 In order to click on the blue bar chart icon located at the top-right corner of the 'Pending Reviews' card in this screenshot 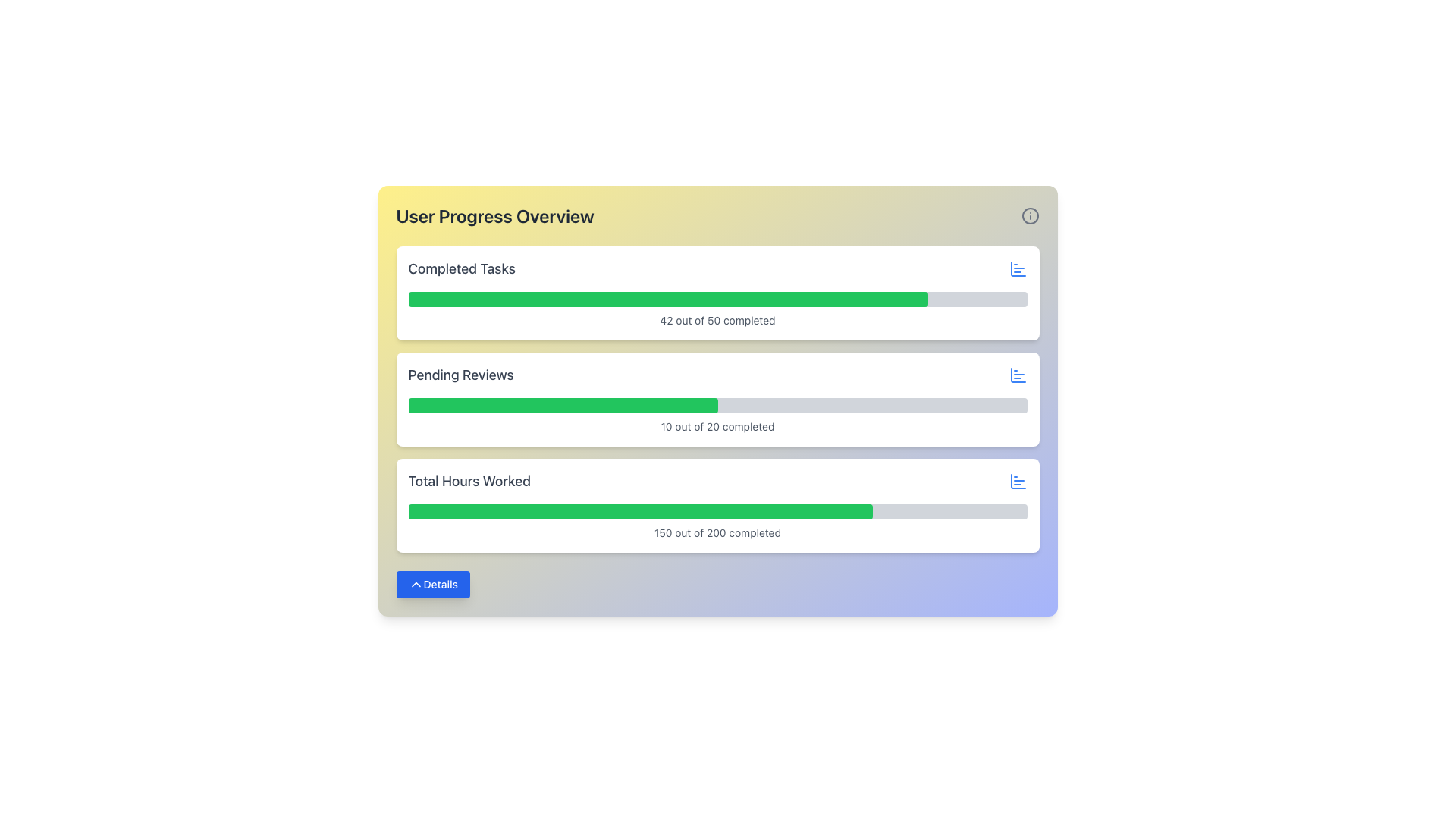, I will do `click(1018, 375)`.